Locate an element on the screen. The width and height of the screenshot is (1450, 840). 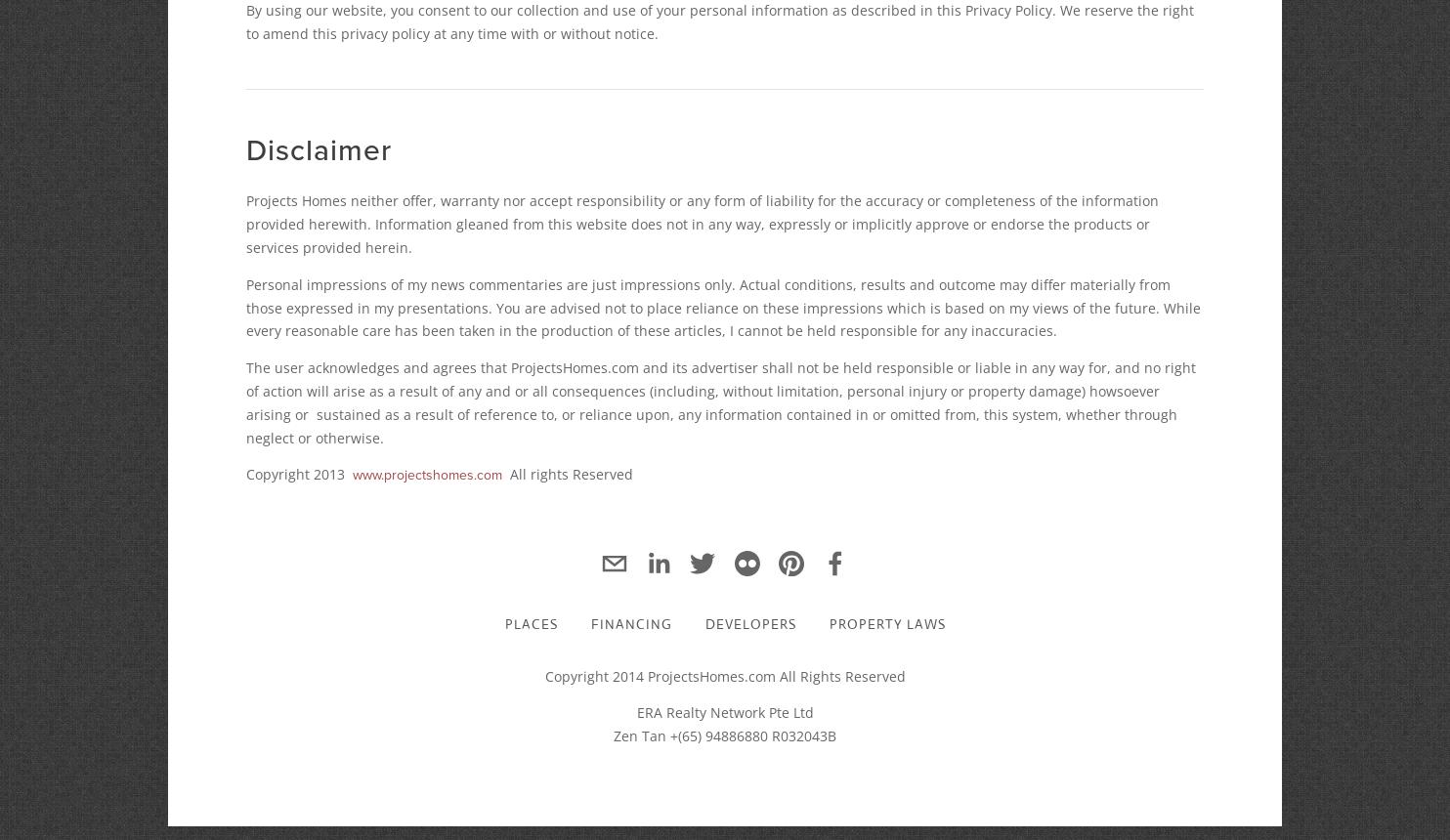
'Projects Homes neither offer, warranty nor accept responsibility or any form of liability for the accuracy or completeness of the information provided herewith. Information gleaned from this website does not in any way, expressly or implicitly approve or endorse the products or services provided herein.' is located at coordinates (704, 224).